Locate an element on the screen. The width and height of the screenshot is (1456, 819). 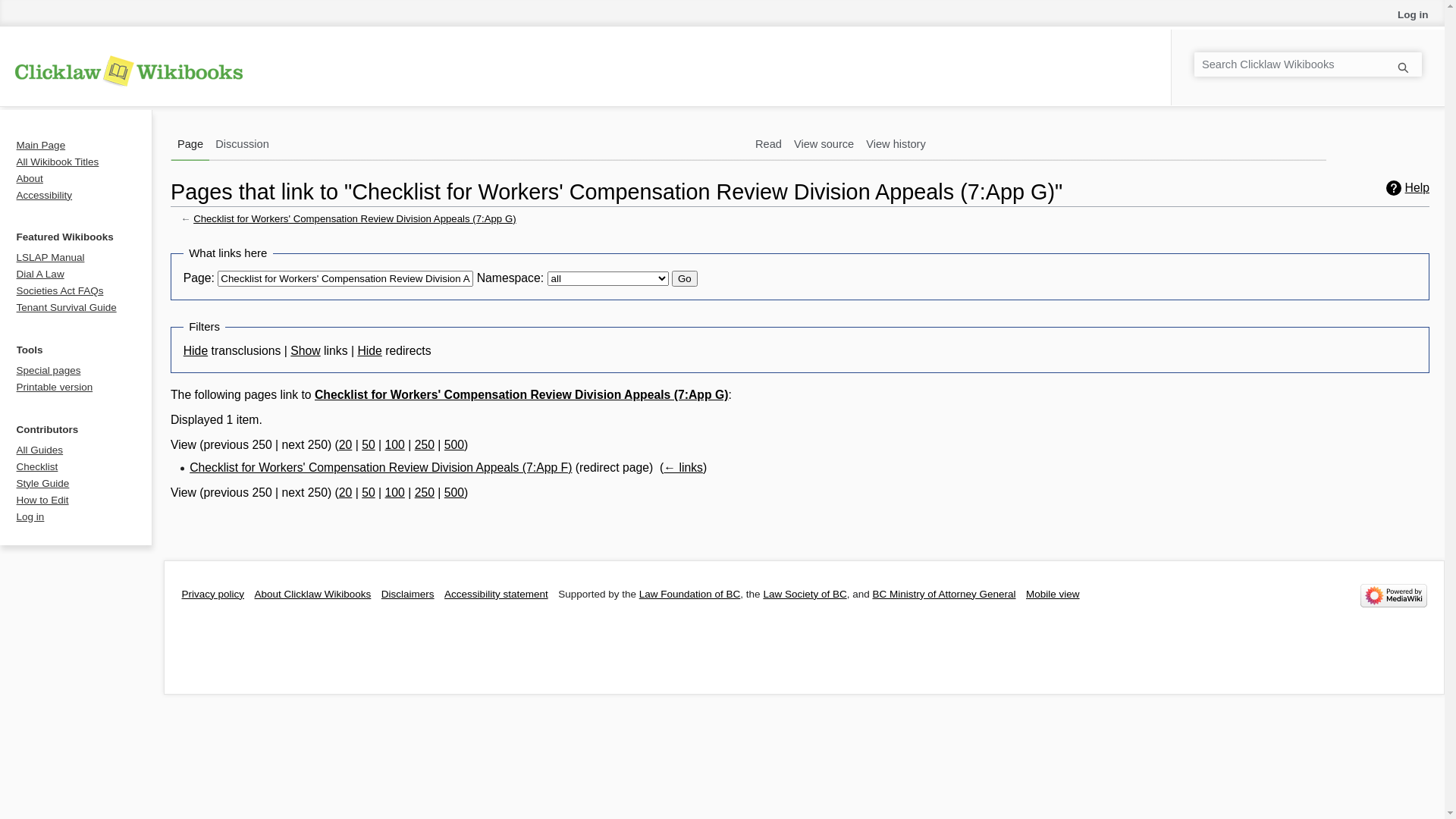
'Log in' is located at coordinates (30, 516).